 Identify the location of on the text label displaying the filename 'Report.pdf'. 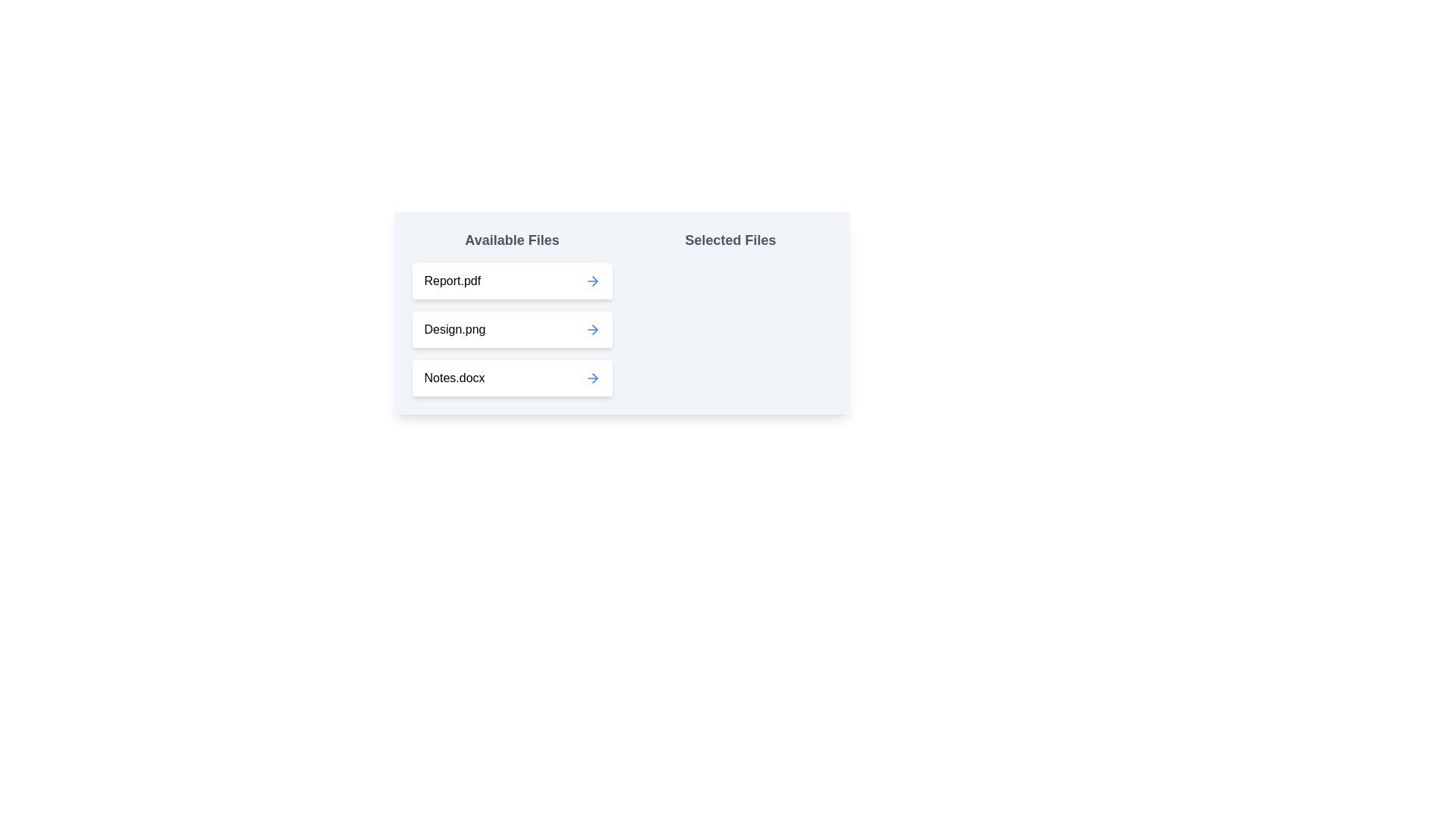
(451, 281).